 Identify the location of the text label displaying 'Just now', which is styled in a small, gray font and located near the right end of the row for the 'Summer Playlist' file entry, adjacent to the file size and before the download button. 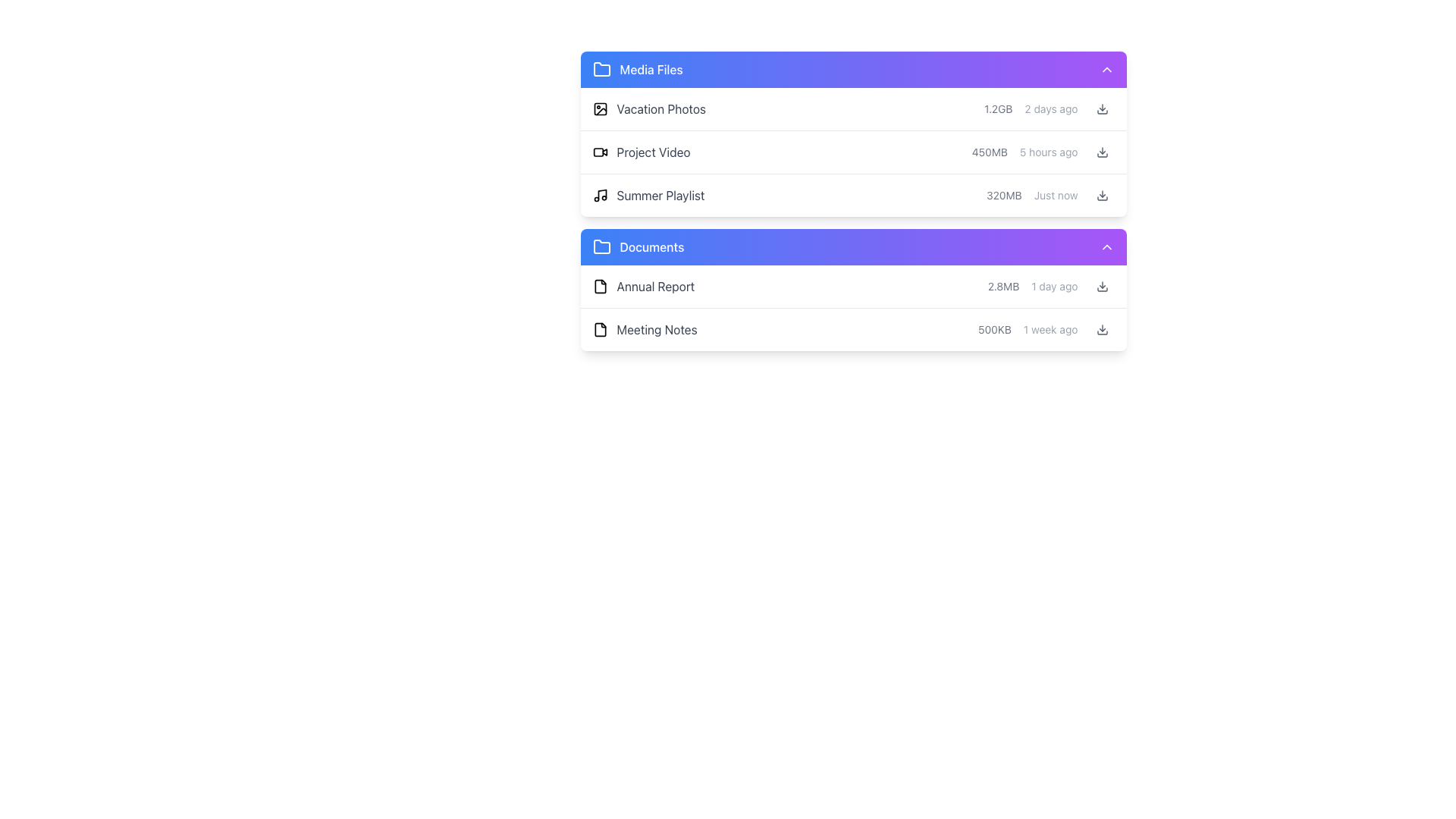
(1055, 195).